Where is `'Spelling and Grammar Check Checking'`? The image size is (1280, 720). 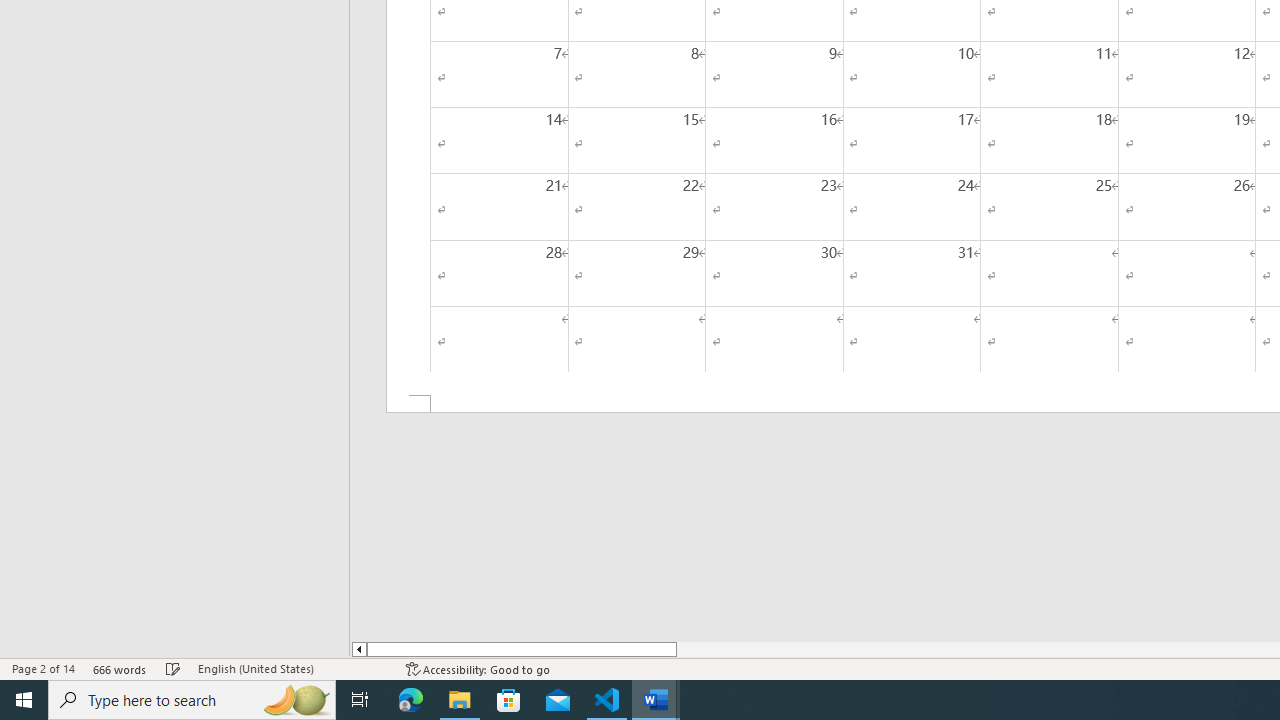
'Spelling and Grammar Check Checking' is located at coordinates (173, 669).